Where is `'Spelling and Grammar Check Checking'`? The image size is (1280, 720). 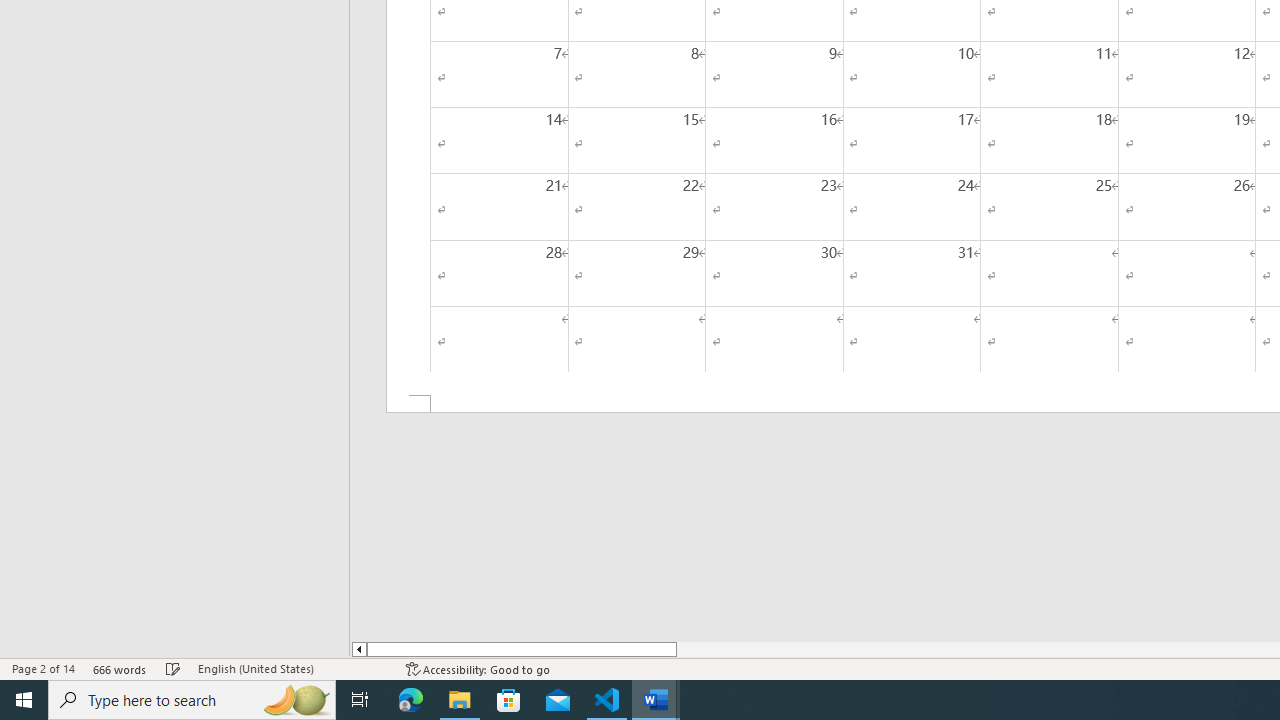
'Spelling and Grammar Check Checking' is located at coordinates (173, 669).